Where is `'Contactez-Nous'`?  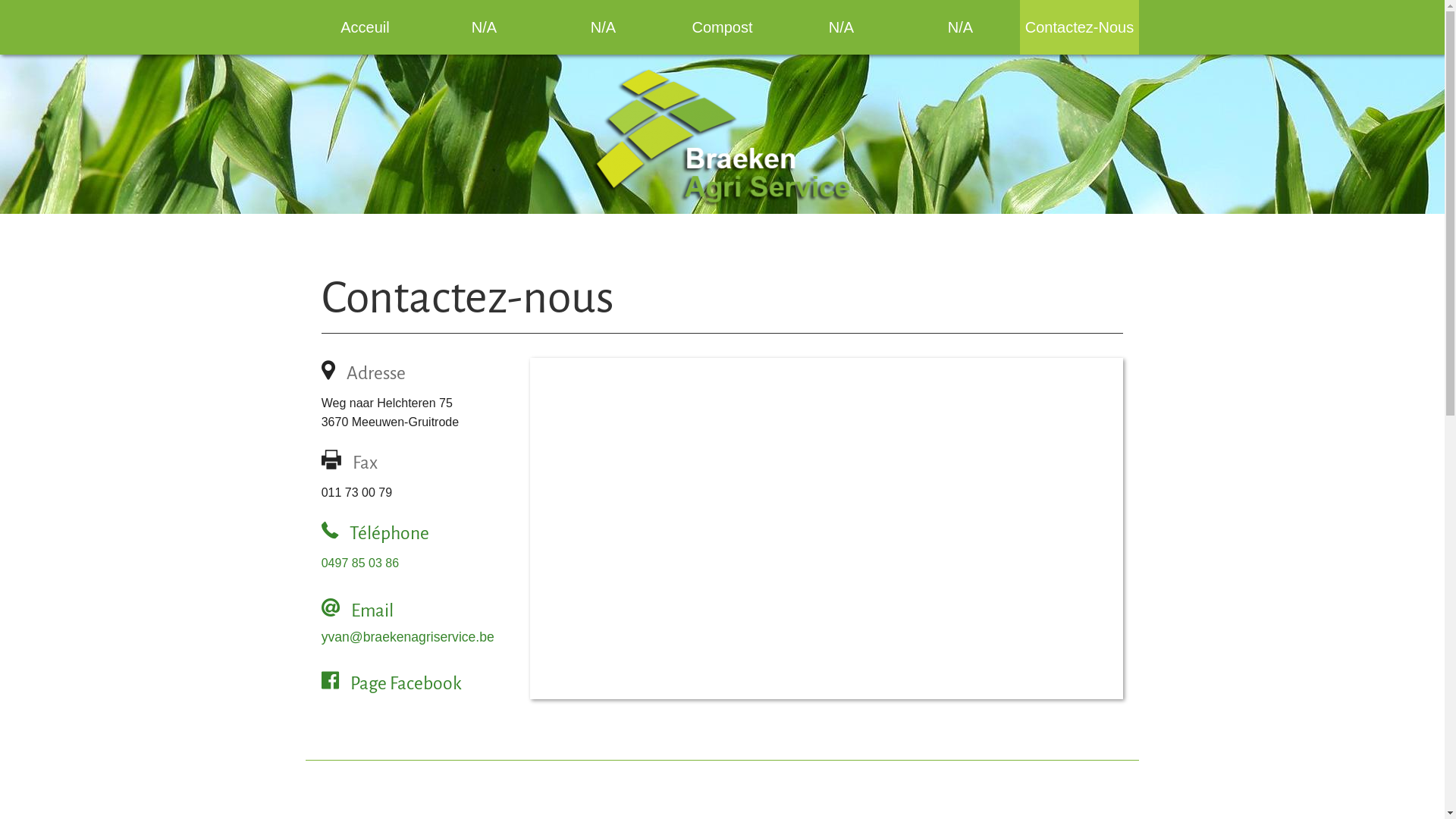 'Contactez-Nous' is located at coordinates (1019, 27).